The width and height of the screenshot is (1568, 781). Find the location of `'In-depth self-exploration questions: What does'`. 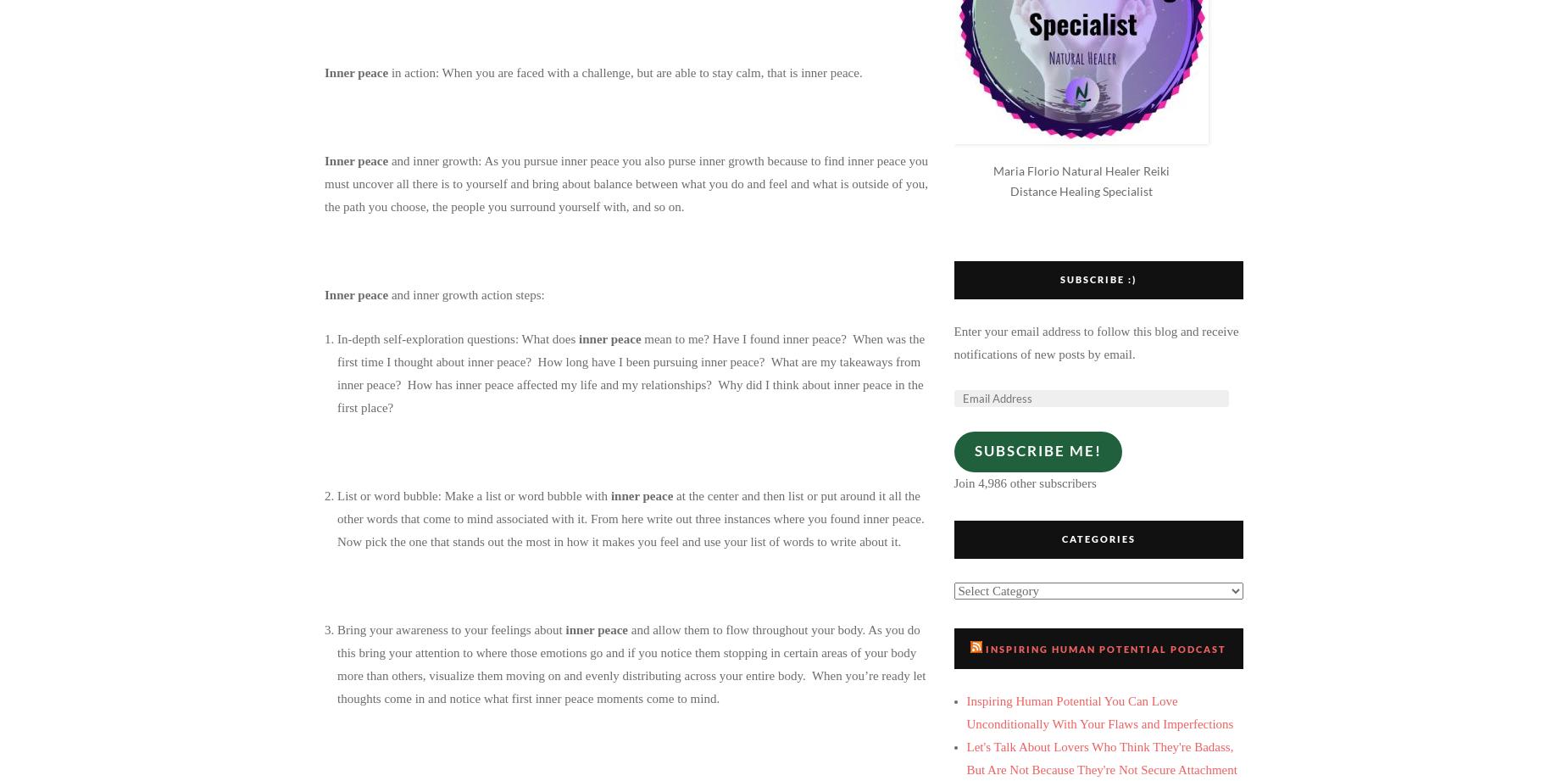

'In-depth self-exploration questions: What does' is located at coordinates (336, 338).